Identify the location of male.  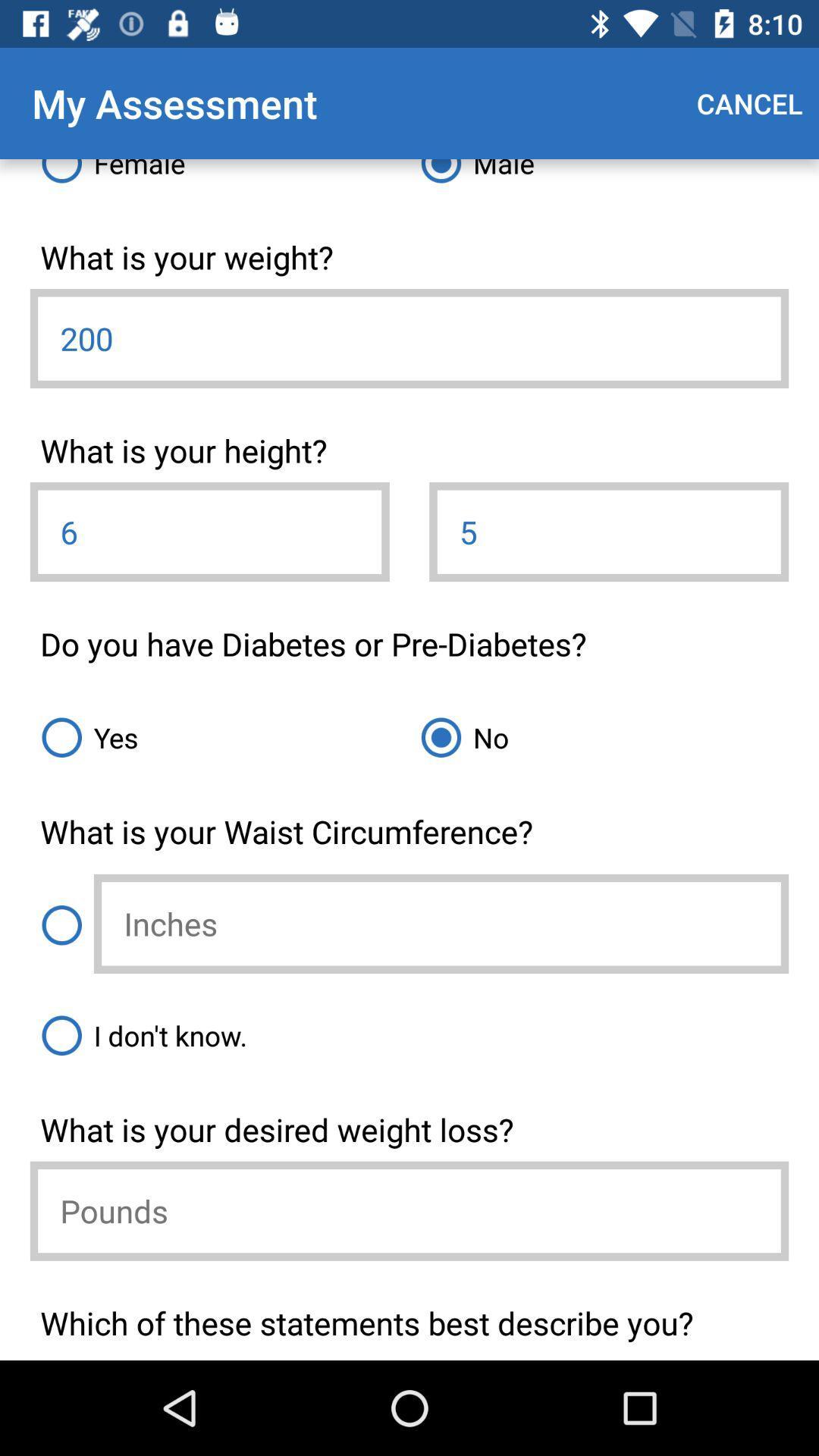
(598, 177).